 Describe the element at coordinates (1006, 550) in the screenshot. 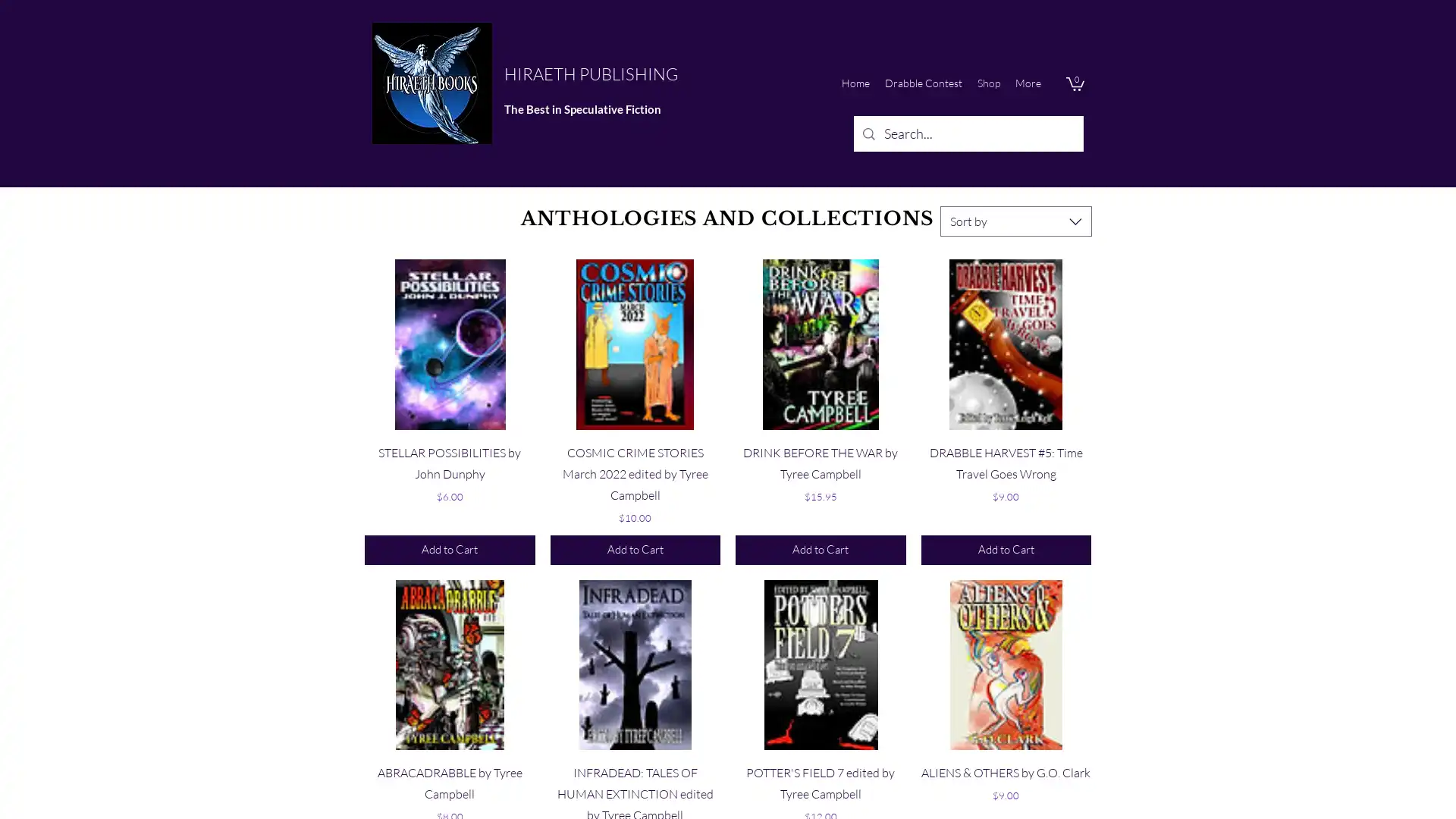

I see `Add to Cart` at that location.